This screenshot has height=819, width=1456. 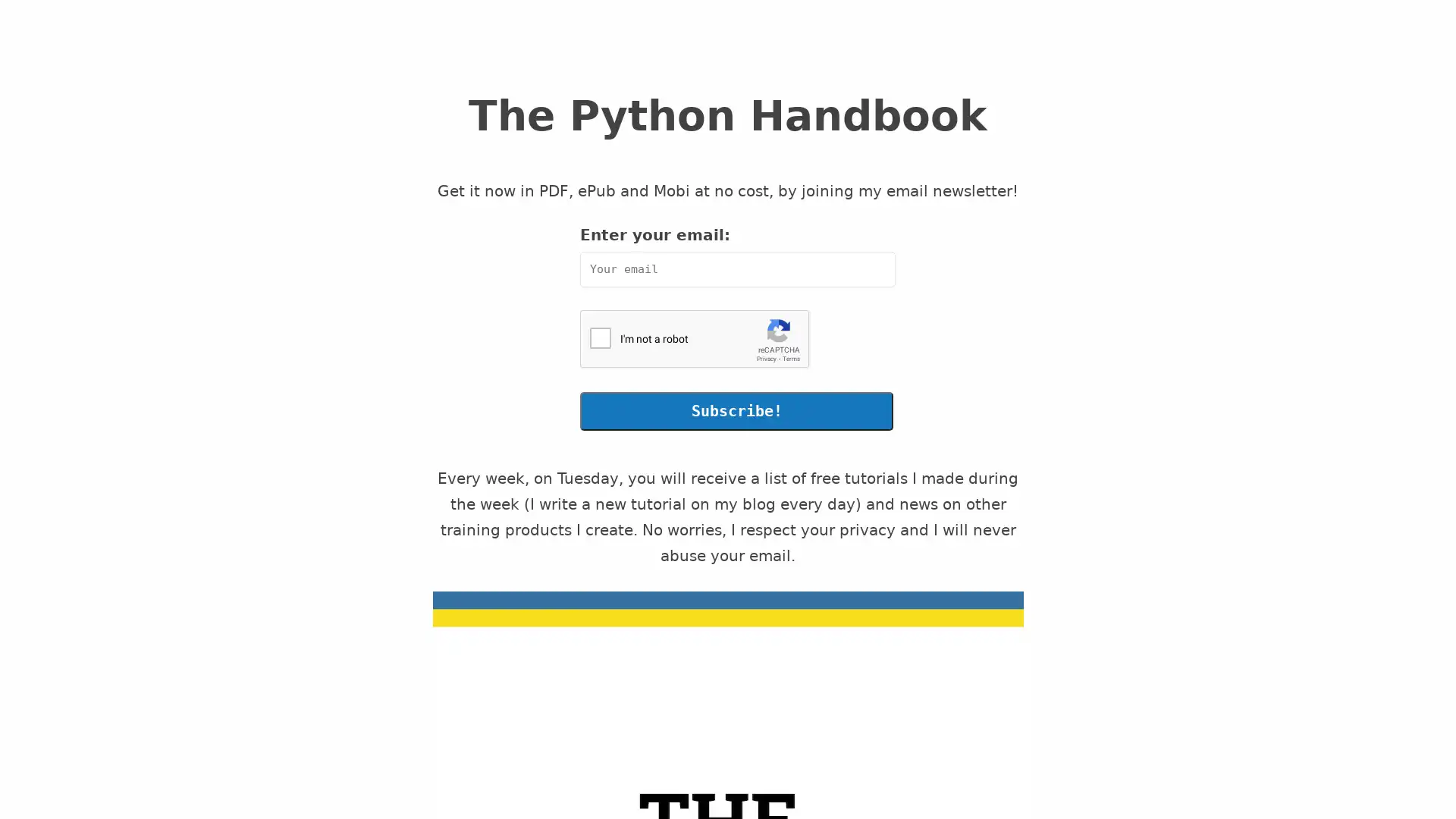 I want to click on Subscribe!, so click(x=736, y=411).